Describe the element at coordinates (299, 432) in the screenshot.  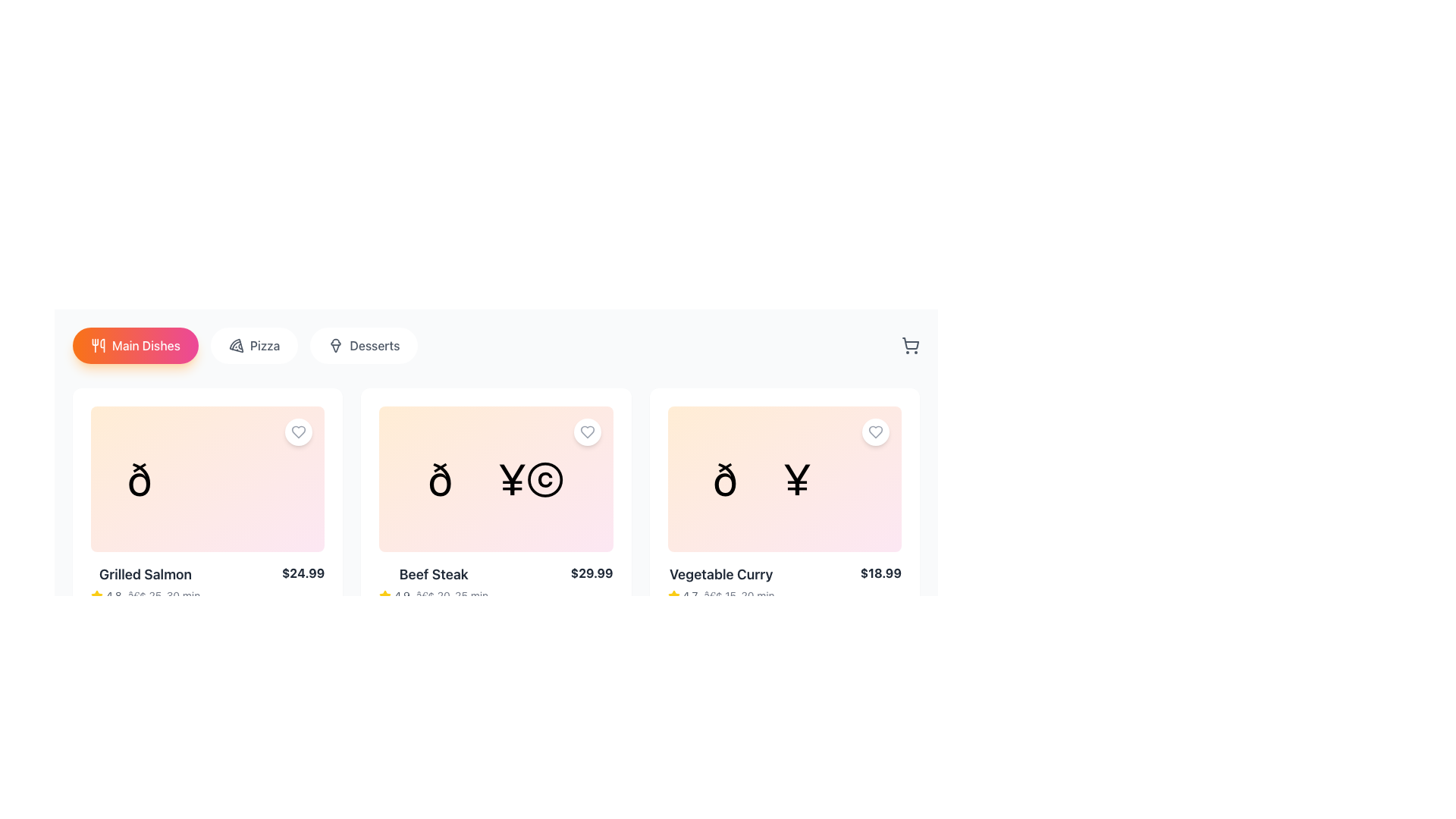
I see `the circular button with a white background and a gray outlined heart icon to favorite/unfavorite the item` at that location.